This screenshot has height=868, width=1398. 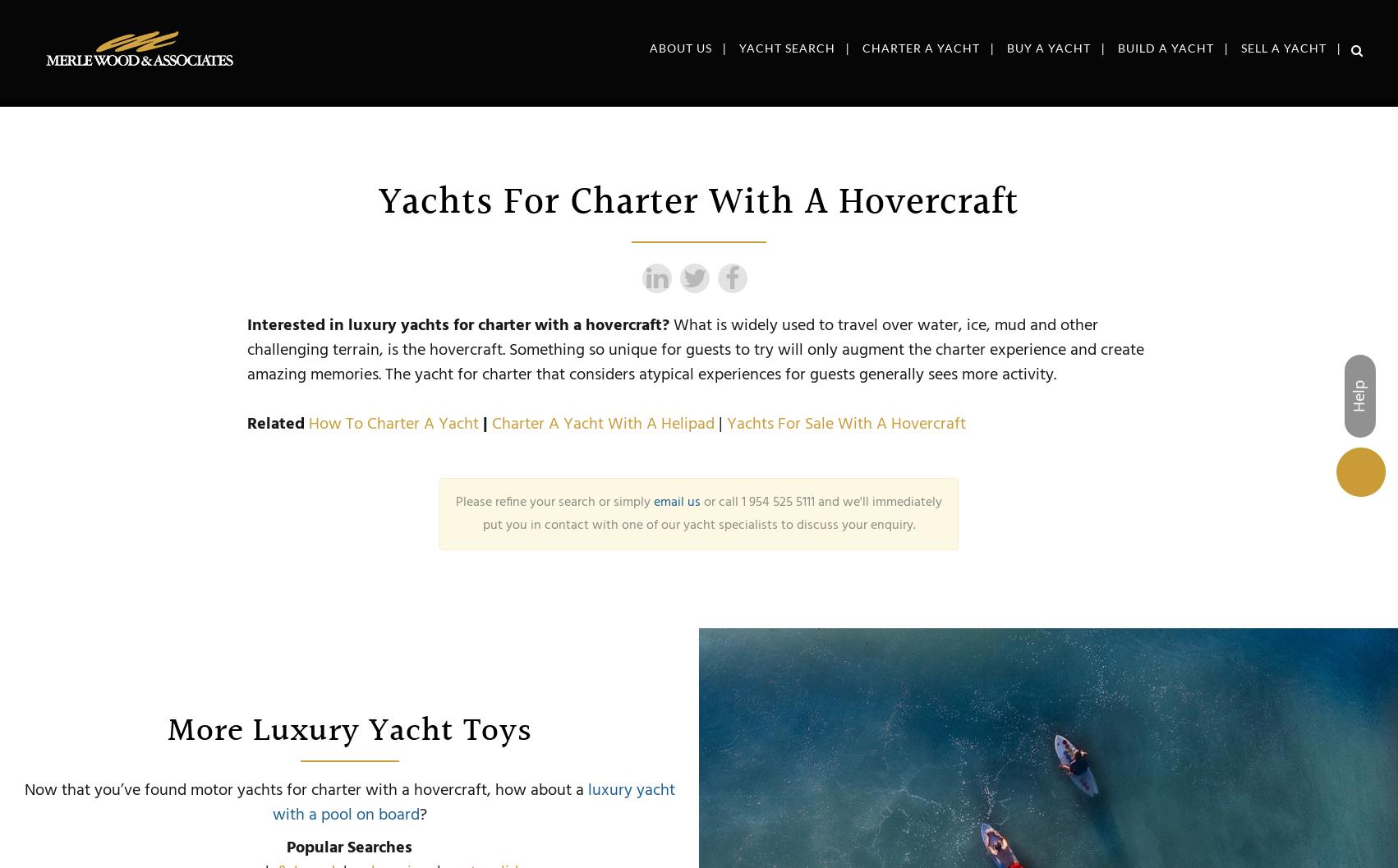 What do you see at coordinates (417, 815) in the screenshot?
I see `'?'` at bounding box center [417, 815].